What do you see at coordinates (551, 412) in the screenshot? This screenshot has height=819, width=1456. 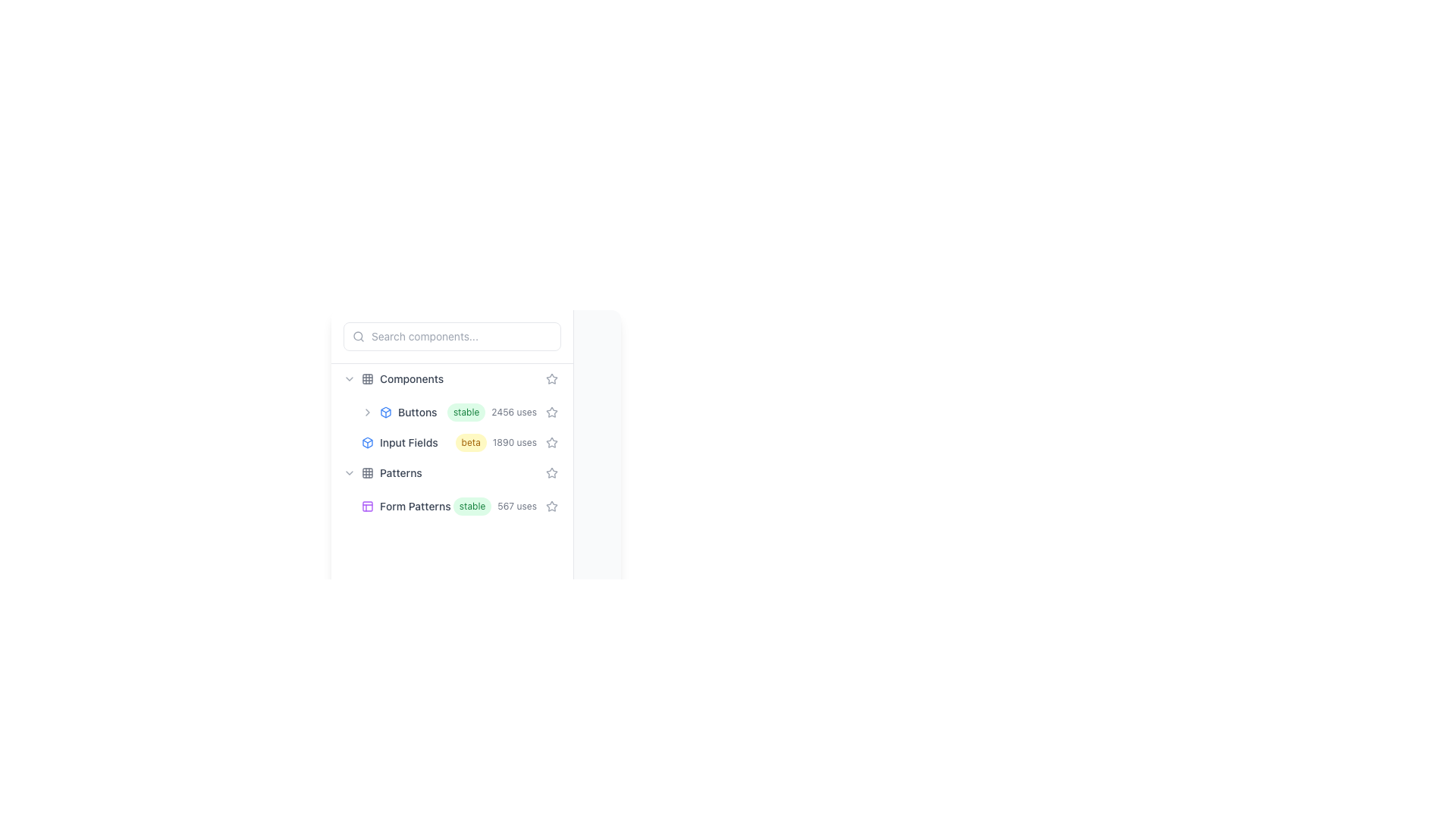 I see `the interactive icon button located at the far right of the 'Buttons' section` at bounding box center [551, 412].